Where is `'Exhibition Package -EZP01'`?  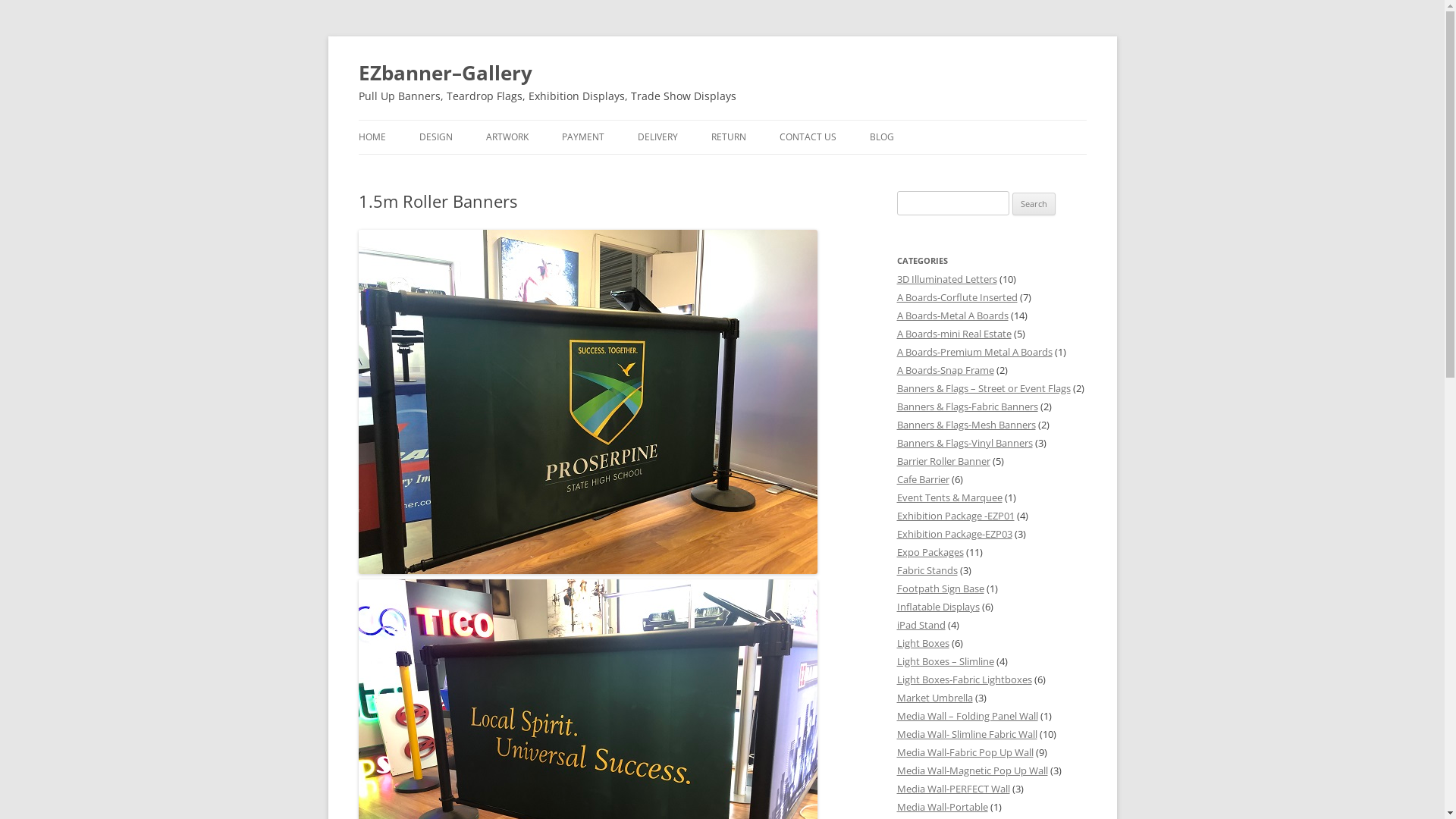 'Exhibition Package -EZP01' is located at coordinates (954, 514).